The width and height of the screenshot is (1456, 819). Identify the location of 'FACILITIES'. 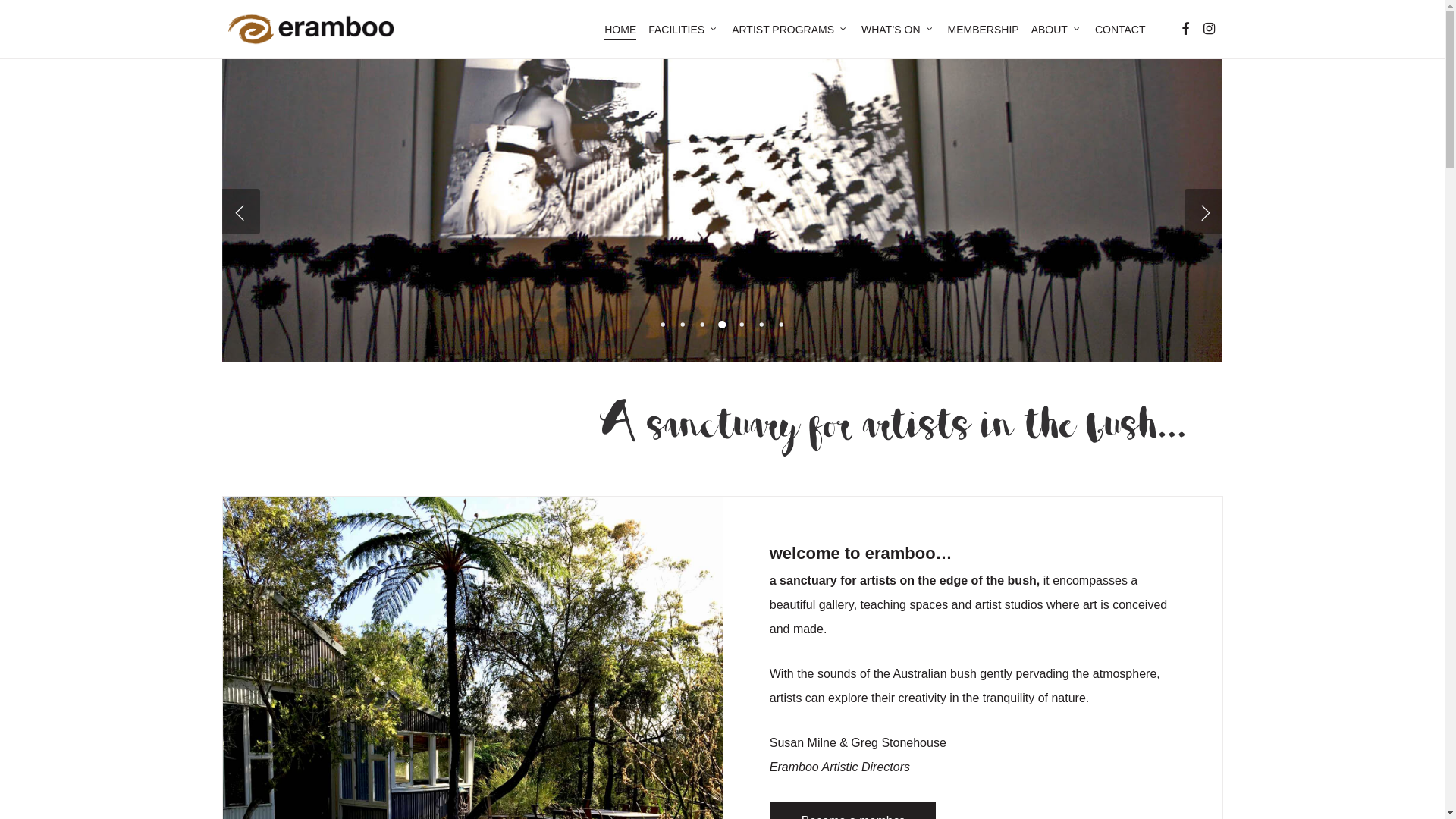
(683, 29).